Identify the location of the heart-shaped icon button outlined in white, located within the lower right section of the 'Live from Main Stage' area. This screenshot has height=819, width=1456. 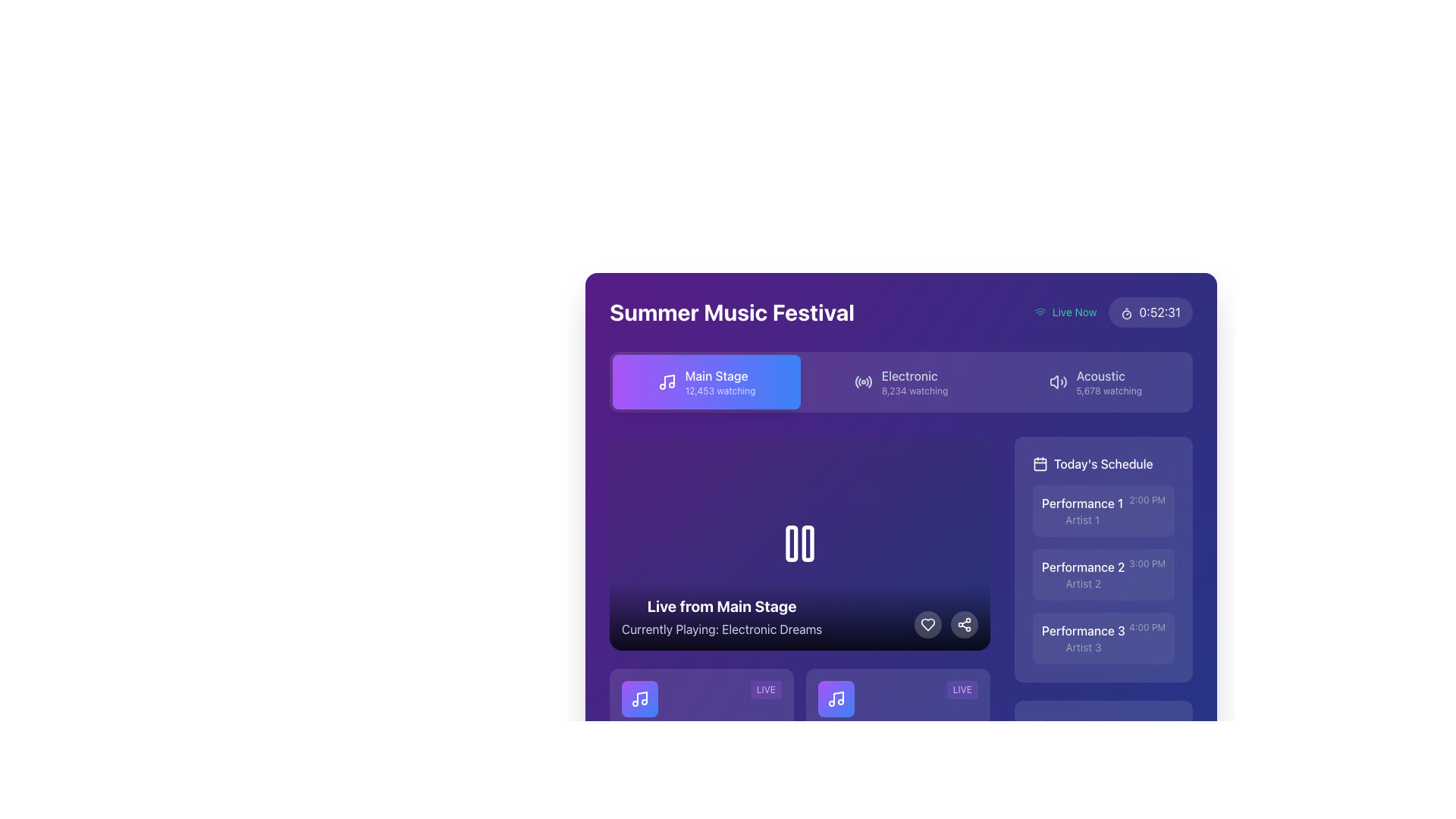
(927, 625).